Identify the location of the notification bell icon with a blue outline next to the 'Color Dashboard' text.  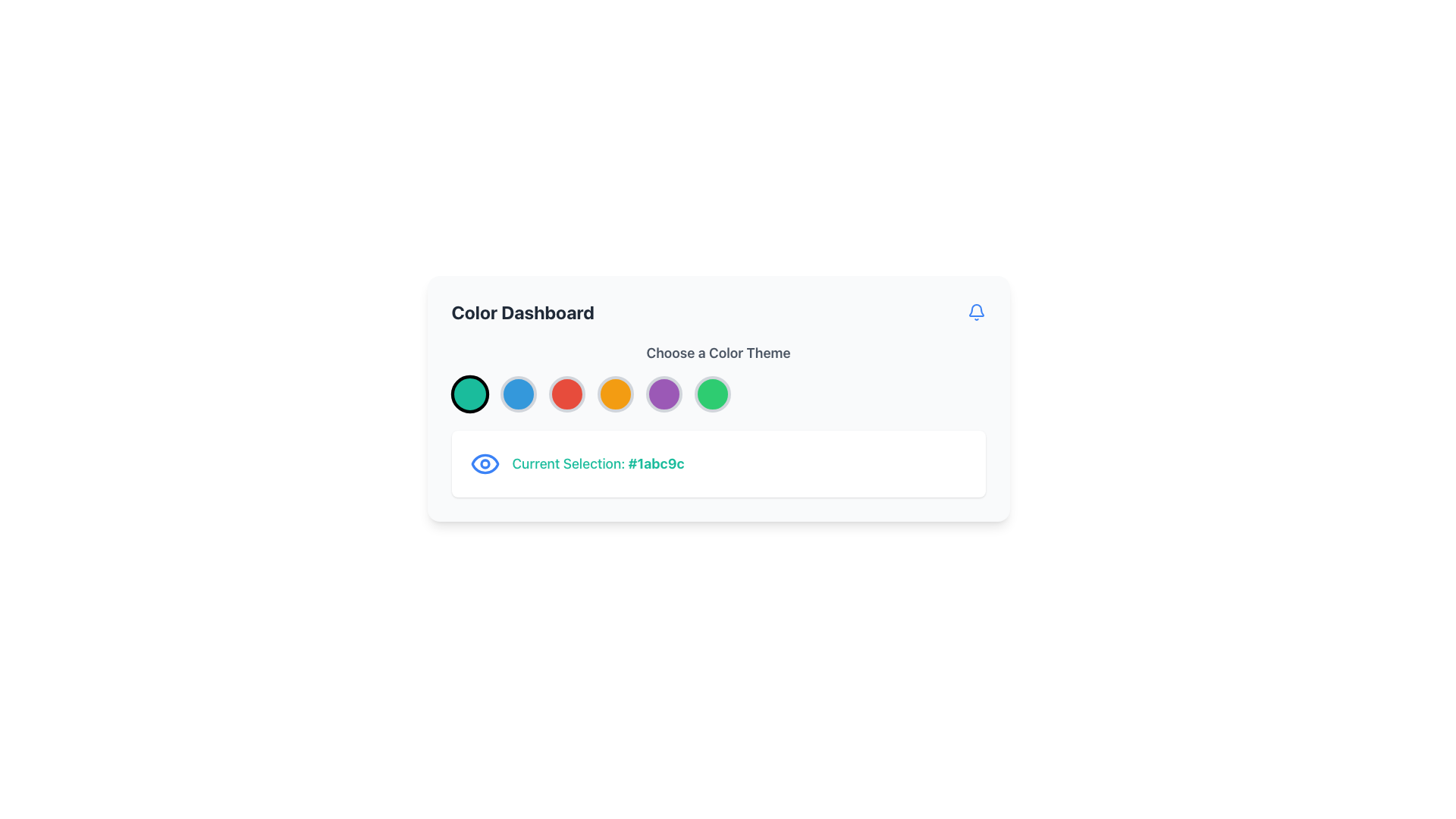
(976, 312).